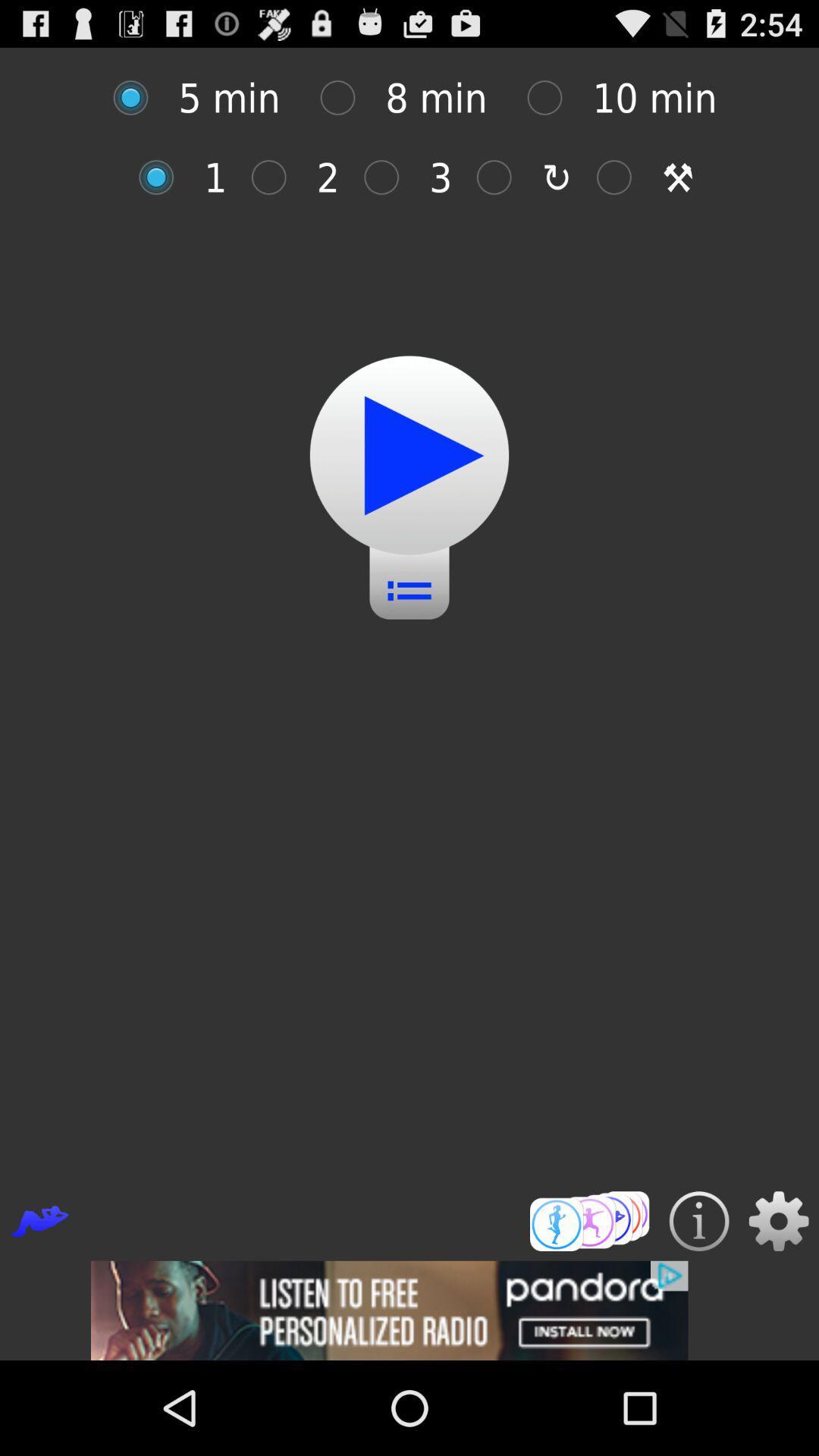 This screenshot has width=819, height=1456. Describe the element at coordinates (277, 177) in the screenshot. I see `2` at that location.